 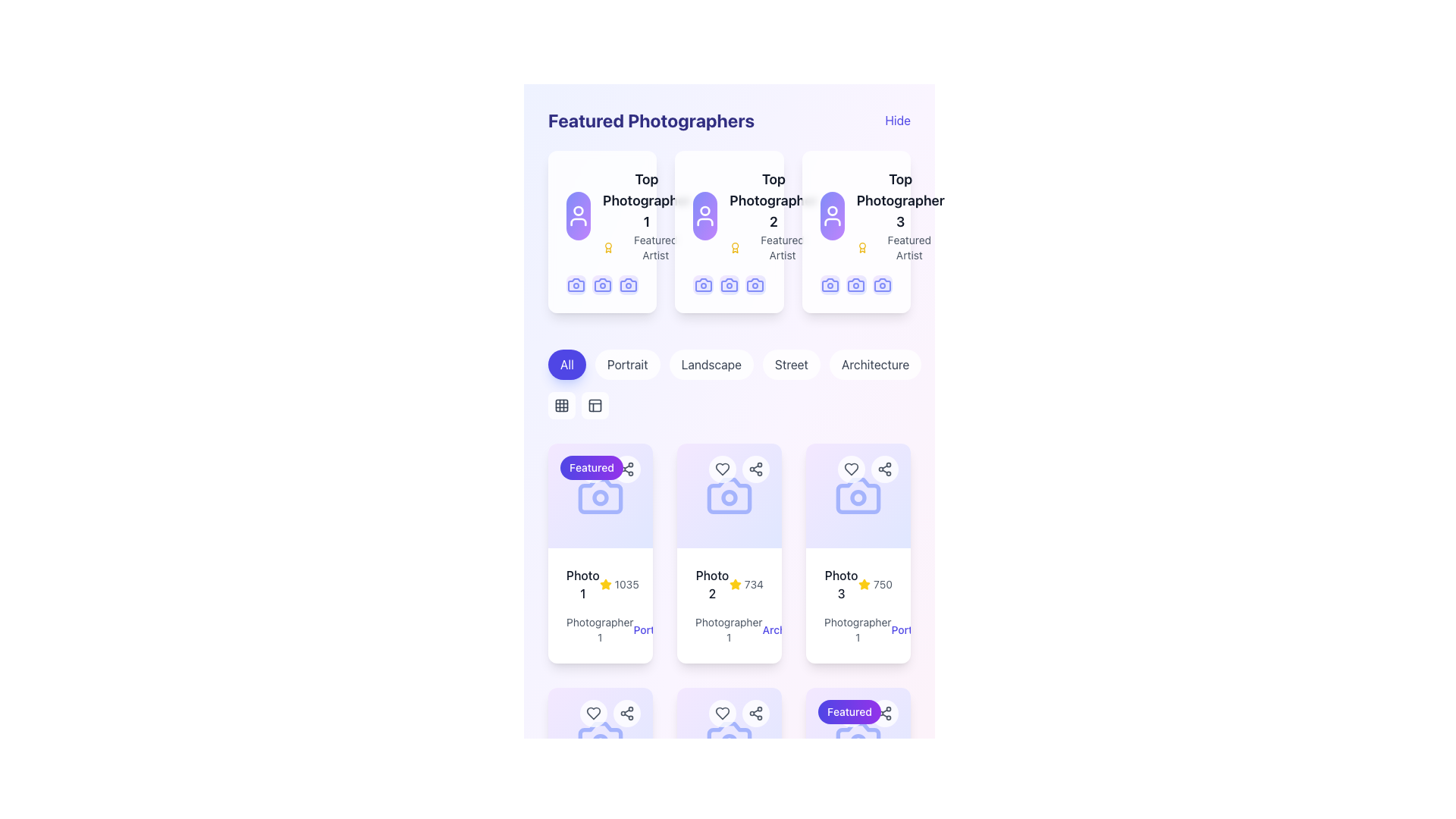 What do you see at coordinates (566, 365) in the screenshot?
I see `the first button in the set of five buttons below the 'Featured Photographers' section` at bounding box center [566, 365].